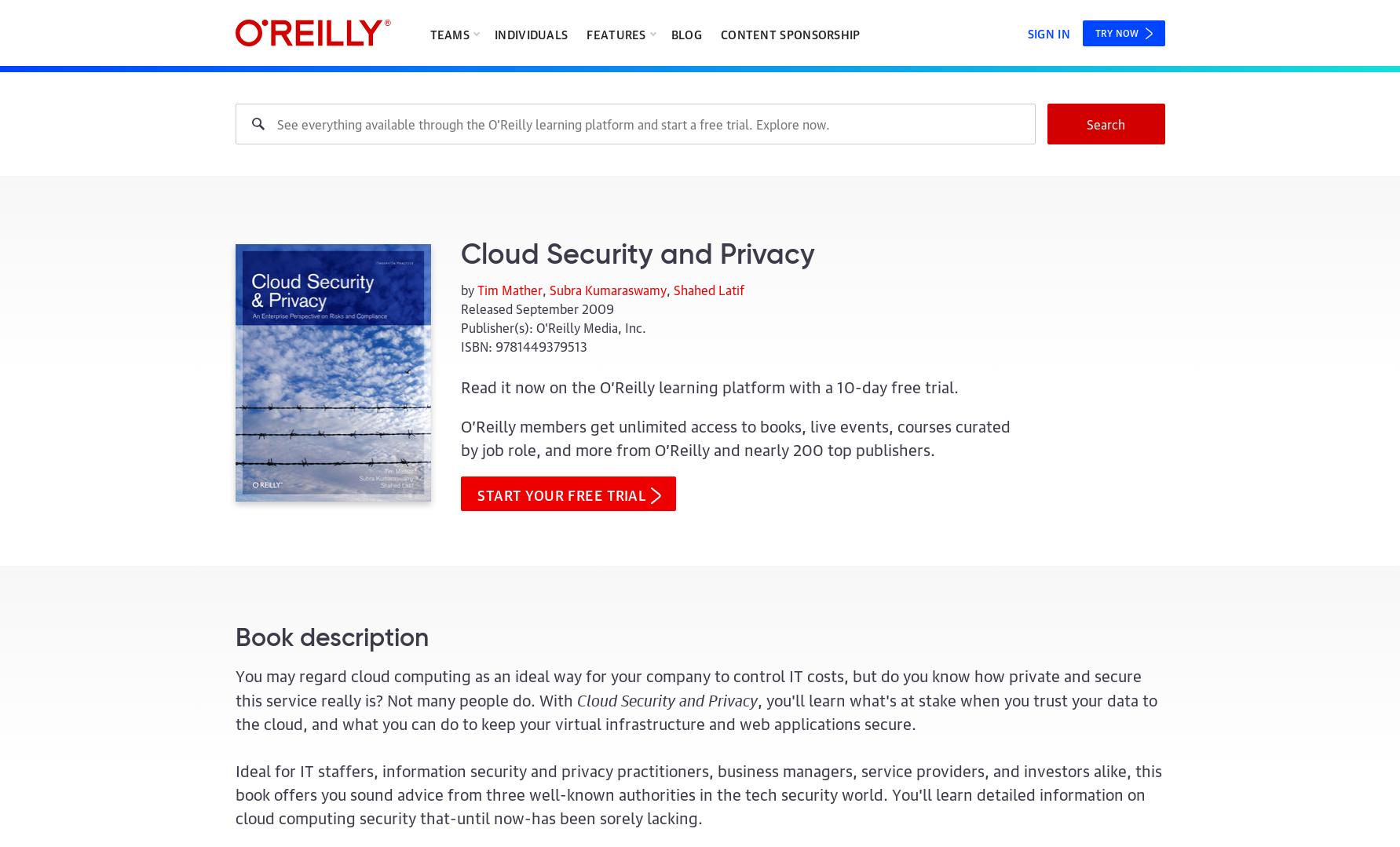 The width and height of the screenshot is (1400, 847). Describe the element at coordinates (234, 685) in the screenshot. I see `'You may regard cloud computing as an ideal way for your company to control IT costs, but do you know how private and secure this service really is? Not many people do. With'` at that location.